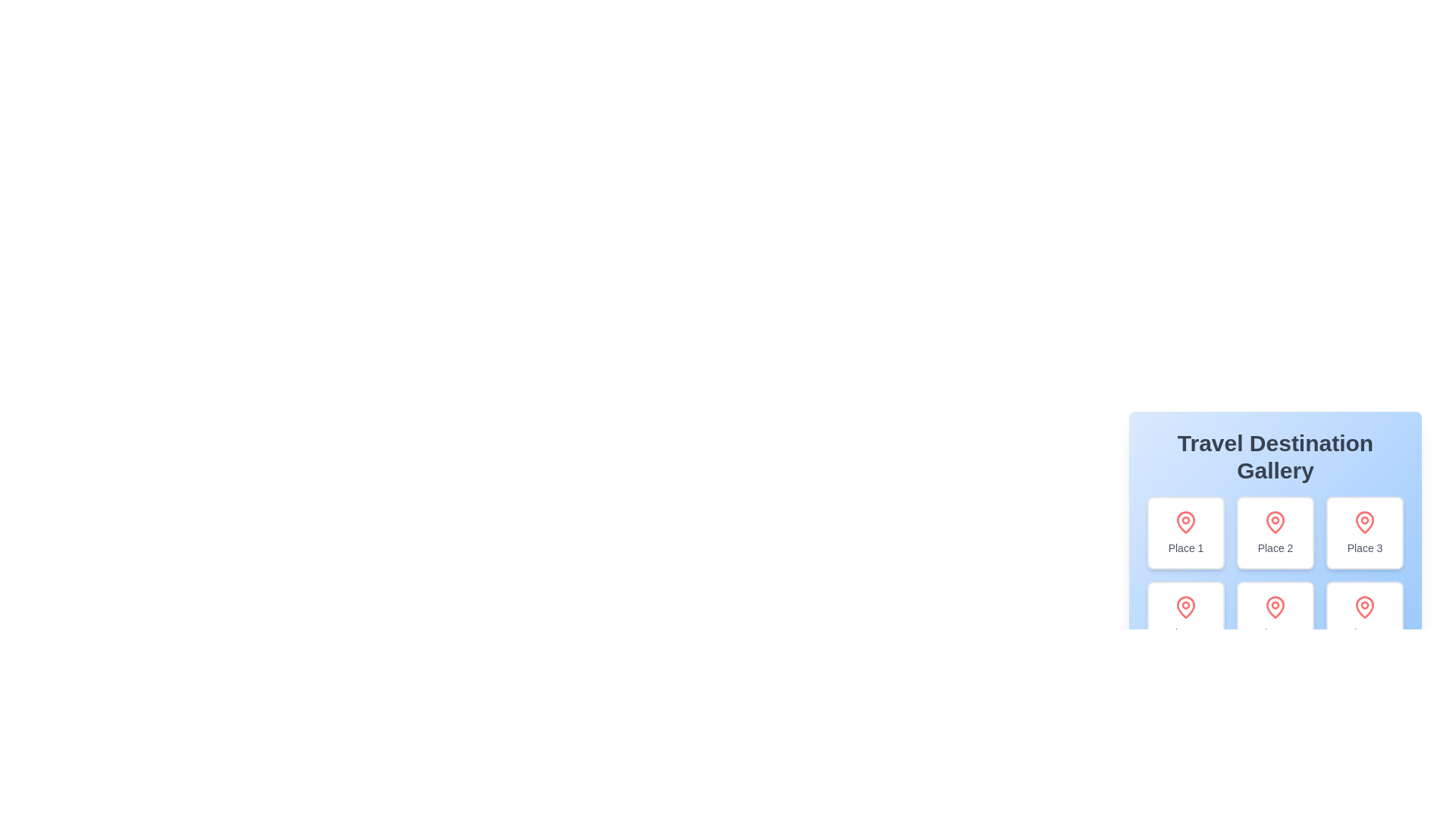 Image resolution: width=1456 pixels, height=819 pixels. What do you see at coordinates (1274, 456) in the screenshot?
I see `the title text element at the top center of the card-like layout` at bounding box center [1274, 456].